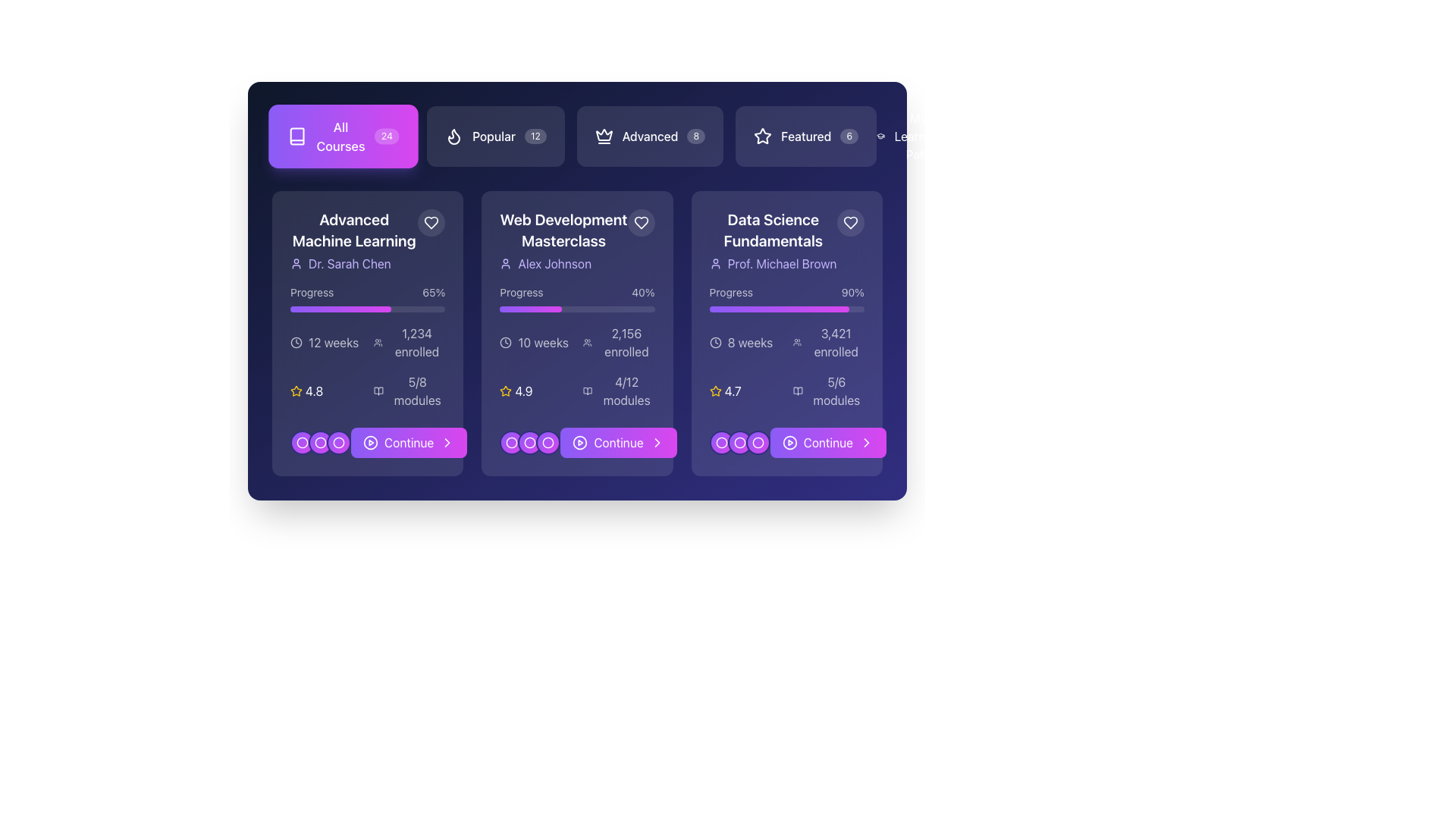 This screenshot has width=1456, height=819. I want to click on the 'Web Development Masterclass' text block with icon element for accessibility purposes, so click(576, 240).